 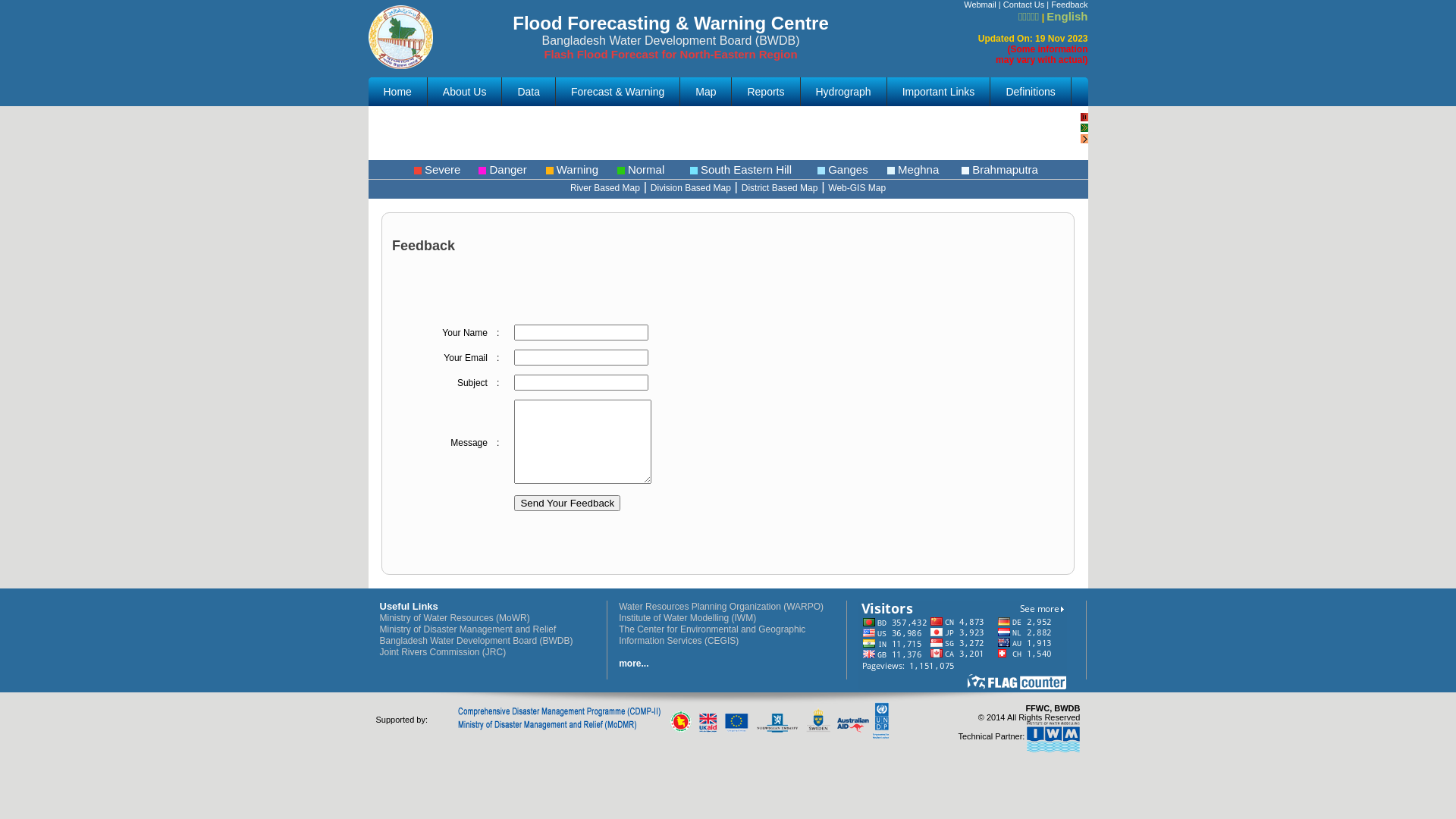 I want to click on 'Webmail', so click(x=980, y=5).